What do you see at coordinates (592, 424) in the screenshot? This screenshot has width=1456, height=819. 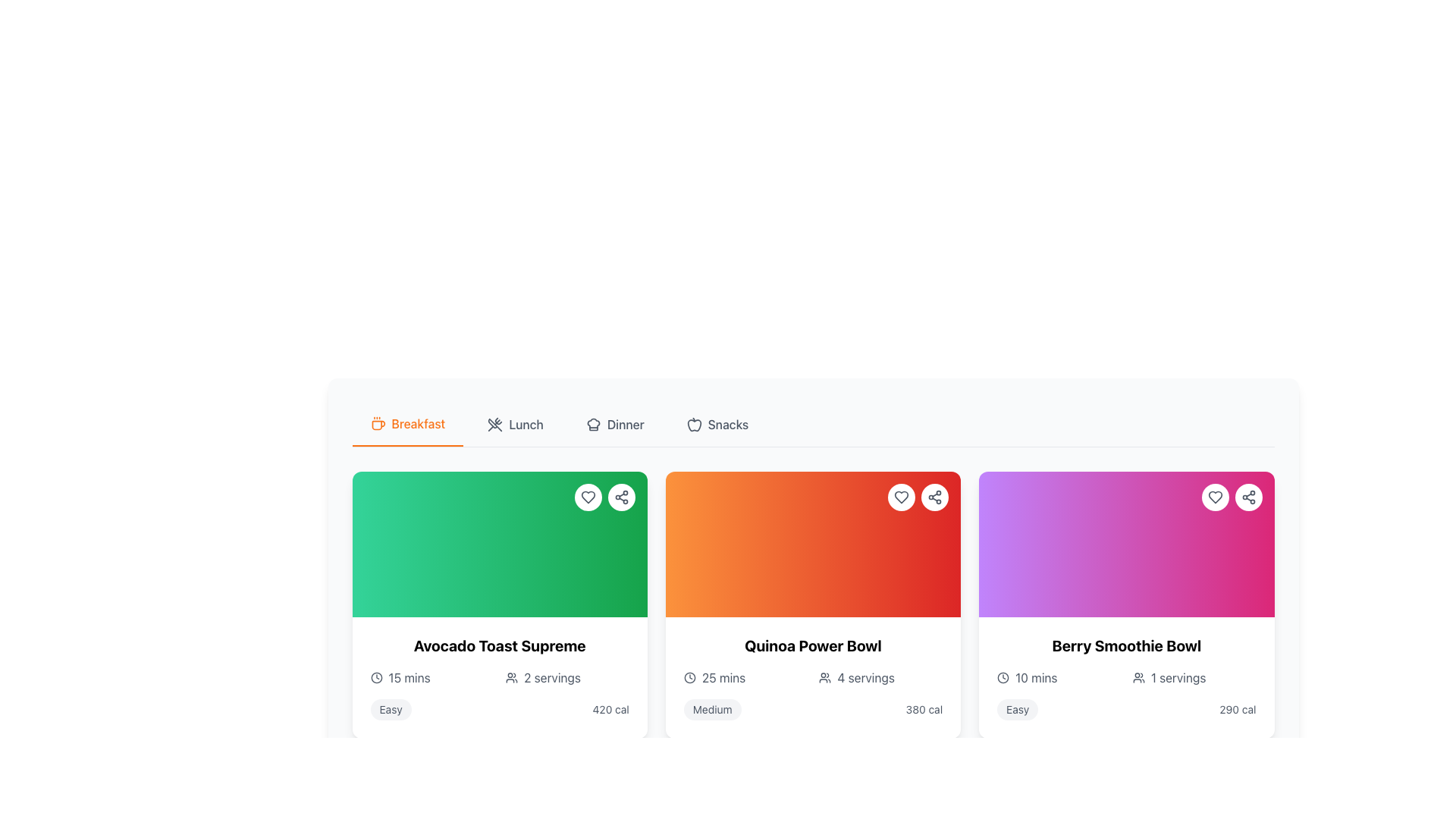 I see `the chef's hat icon in the navigation menu located to the left of the 'Dinner' text` at bounding box center [592, 424].